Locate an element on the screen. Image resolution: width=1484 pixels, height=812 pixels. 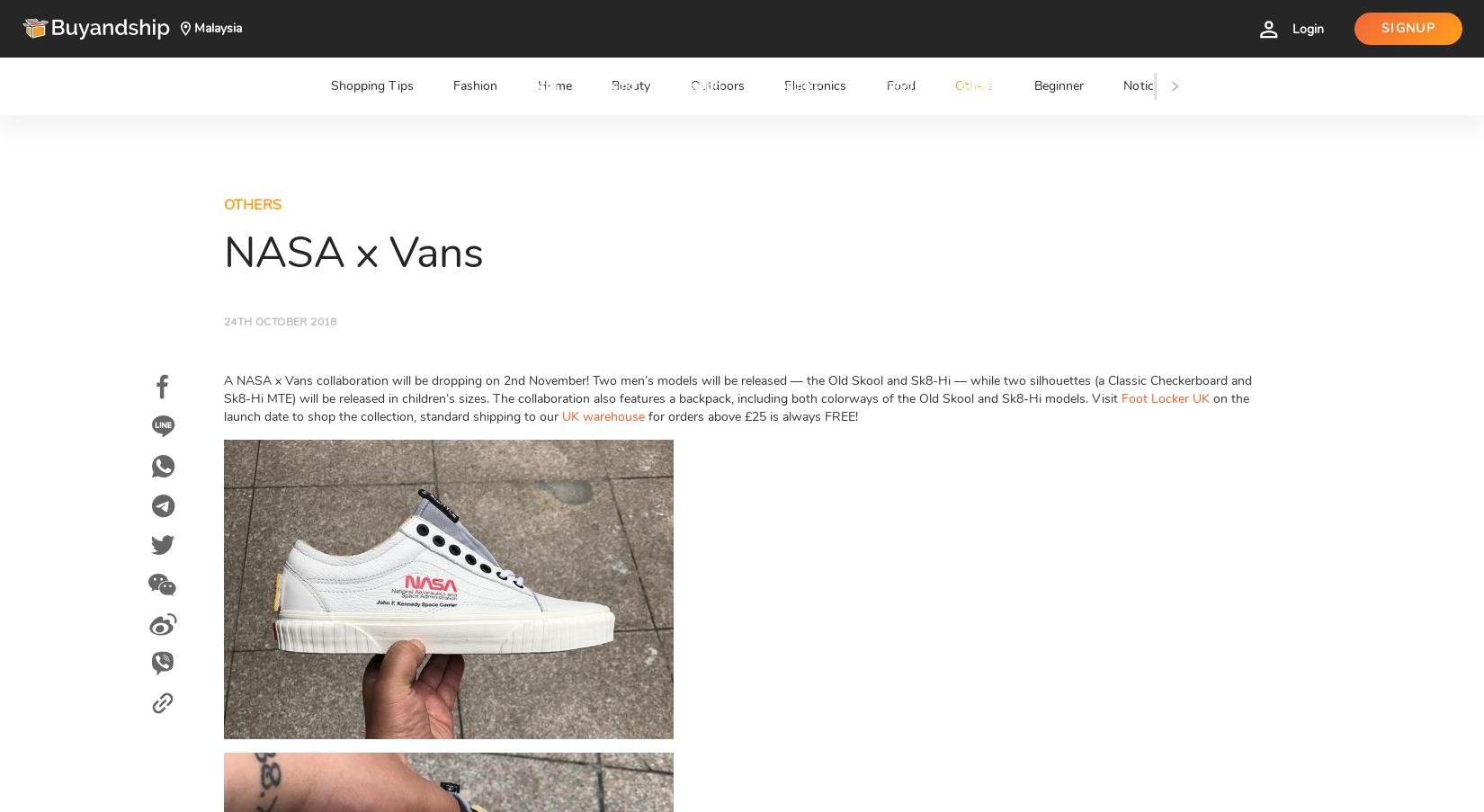
'A NASA x Vans collaboration will be dropping on 2nd November! Two men’s models will be released — the Old Skool and Sk8-Hi — while two silhouettes (a Classic Checkerboard and Sk8-Hi MTE) will be released in children’s sizes. The collaboration also features a backpack, including both colorways of the Old Skool and Sk8-Hi models. Visit' is located at coordinates (737, 388).